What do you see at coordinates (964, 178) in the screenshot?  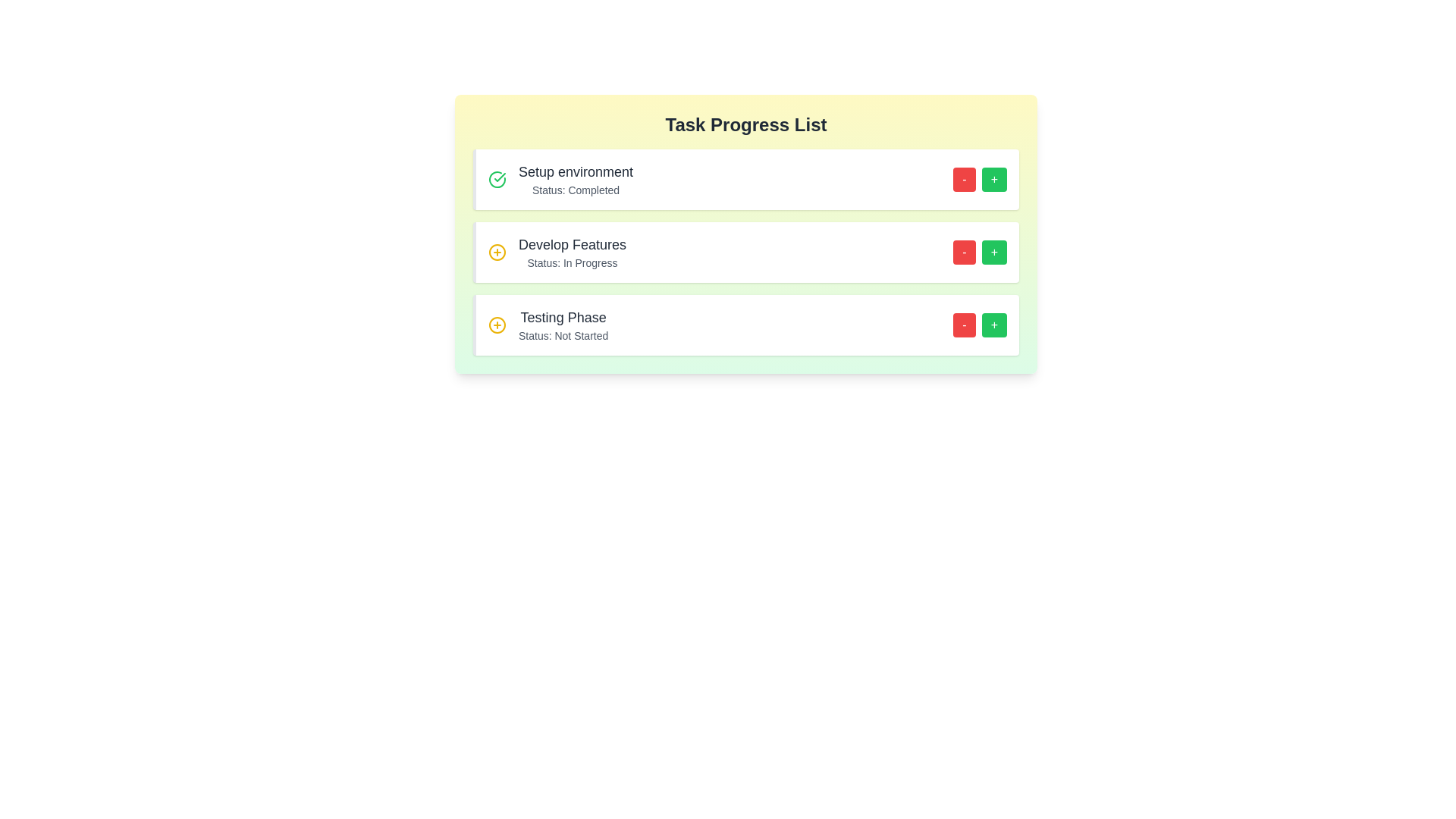 I see `the decrease button for the task 'Setup environment'` at bounding box center [964, 178].